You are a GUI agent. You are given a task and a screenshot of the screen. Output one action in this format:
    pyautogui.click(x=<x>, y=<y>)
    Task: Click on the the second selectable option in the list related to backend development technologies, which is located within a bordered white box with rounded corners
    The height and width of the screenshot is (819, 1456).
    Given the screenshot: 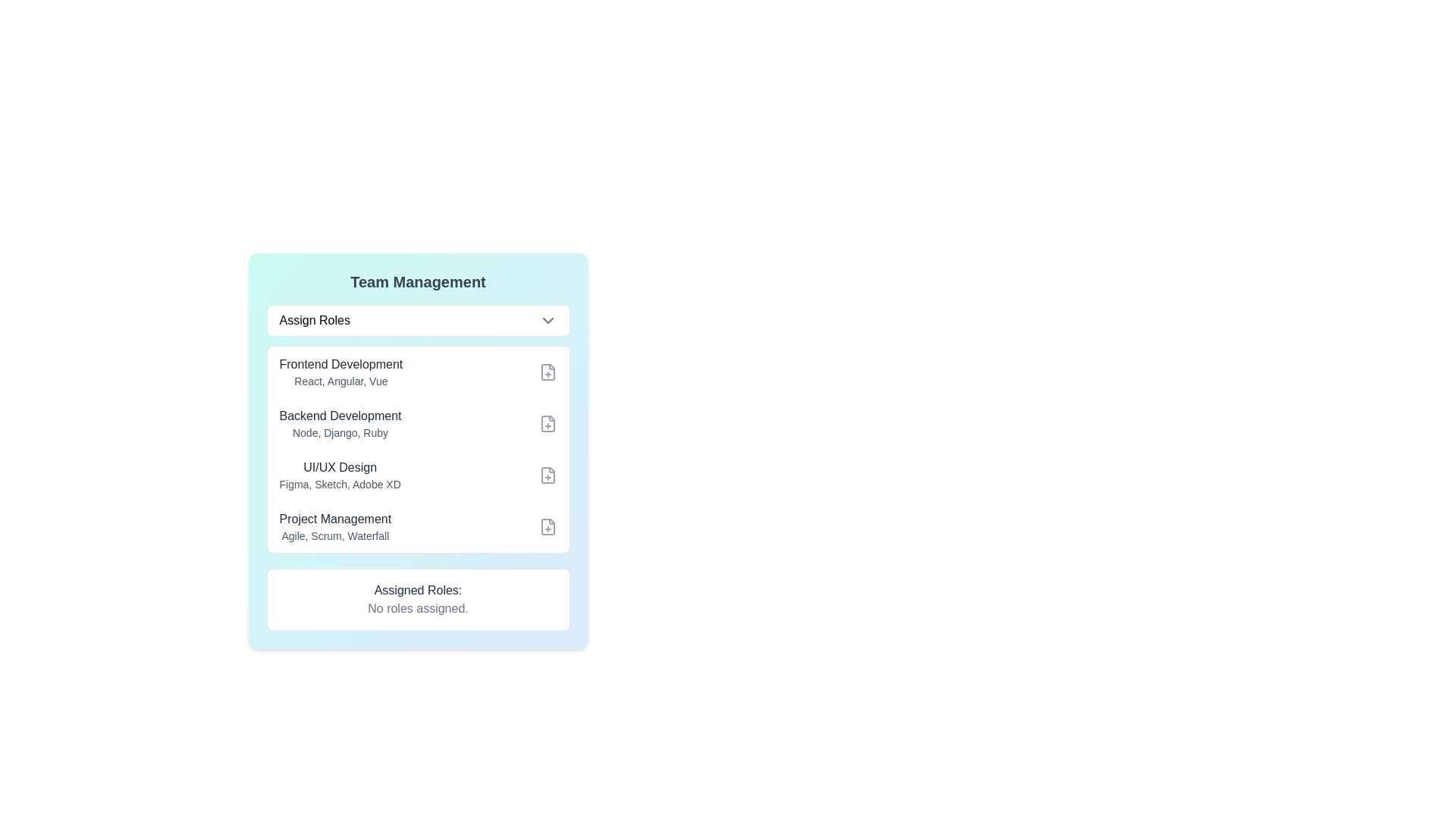 What is the action you would take?
    pyautogui.click(x=418, y=424)
    